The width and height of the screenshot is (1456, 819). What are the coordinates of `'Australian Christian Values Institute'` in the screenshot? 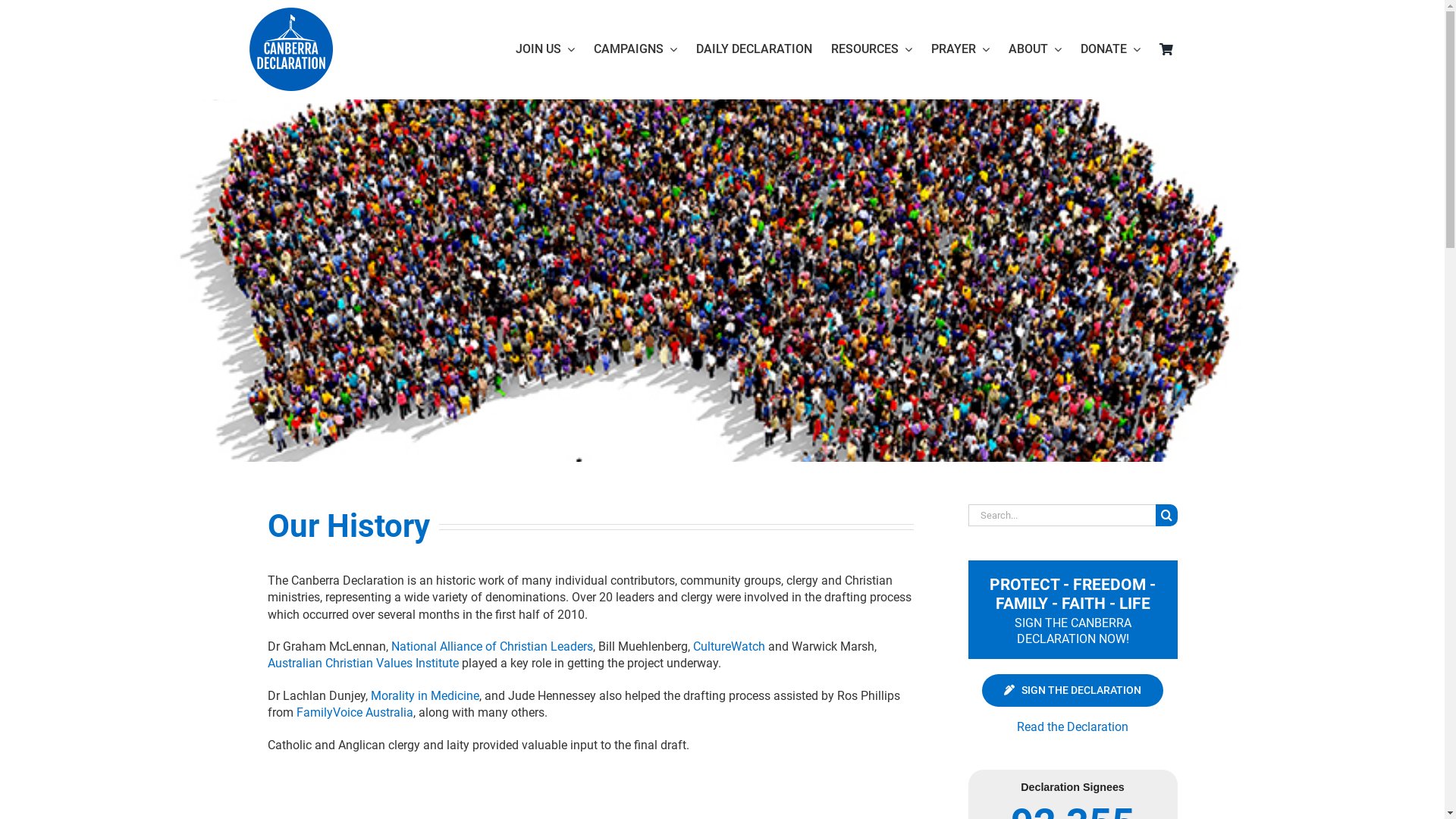 It's located at (362, 662).